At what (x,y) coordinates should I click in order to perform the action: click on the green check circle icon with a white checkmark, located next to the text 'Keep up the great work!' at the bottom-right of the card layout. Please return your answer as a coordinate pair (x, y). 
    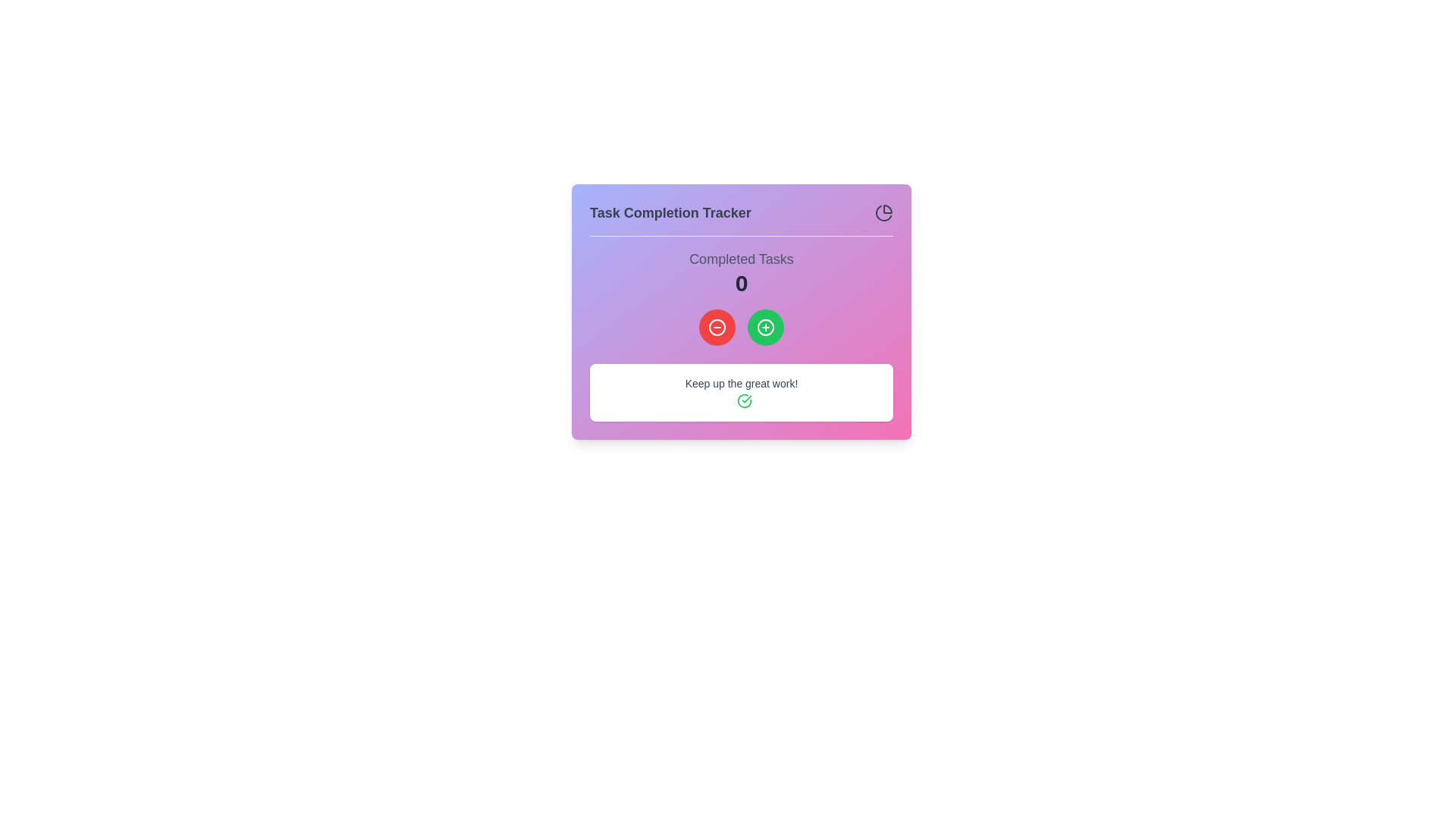
    Looking at the image, I should click on (745, 400).